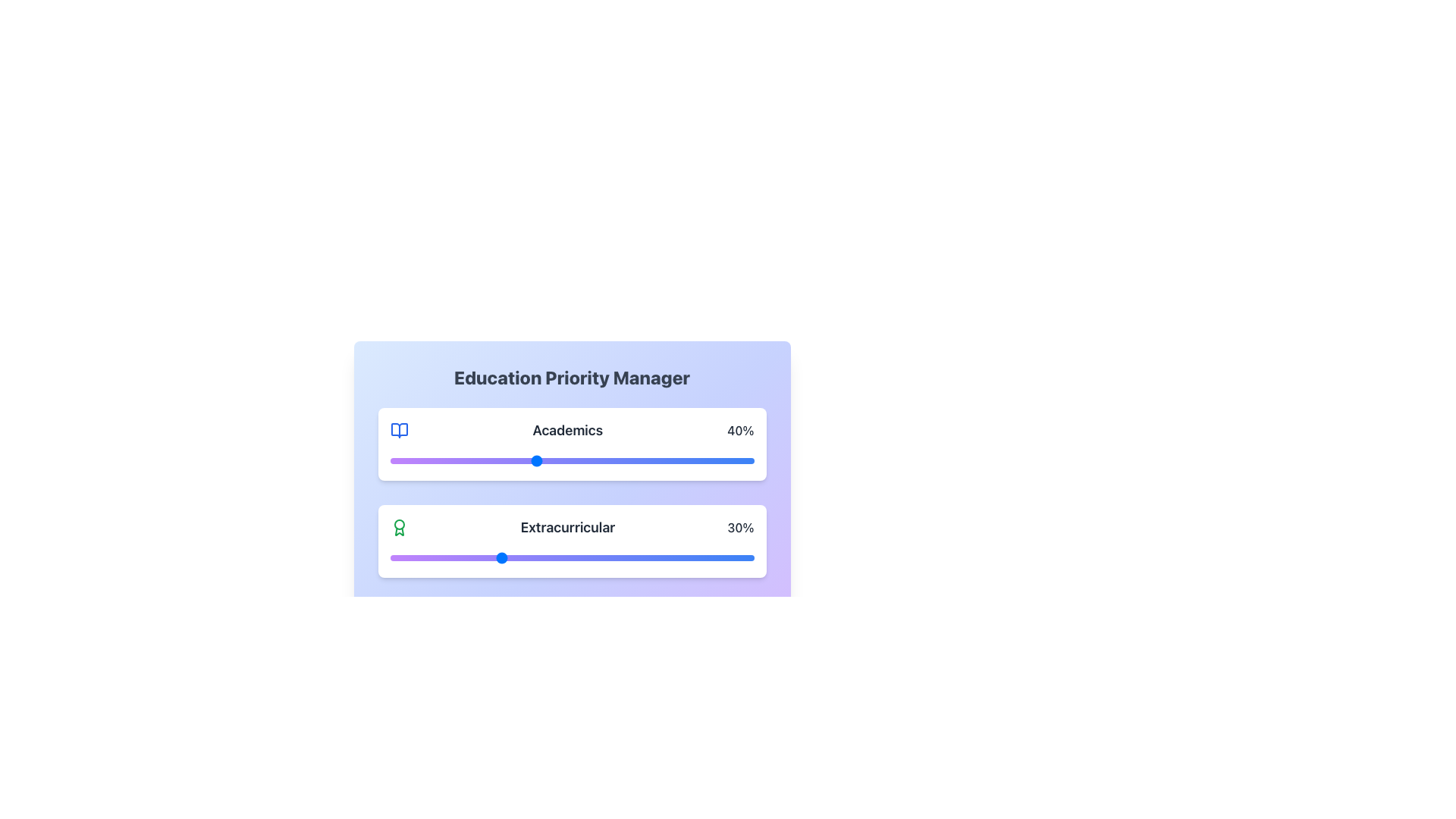 The width and height of the screenshot is (1456, 819). I want to click on the slider value, so click(676, 460).